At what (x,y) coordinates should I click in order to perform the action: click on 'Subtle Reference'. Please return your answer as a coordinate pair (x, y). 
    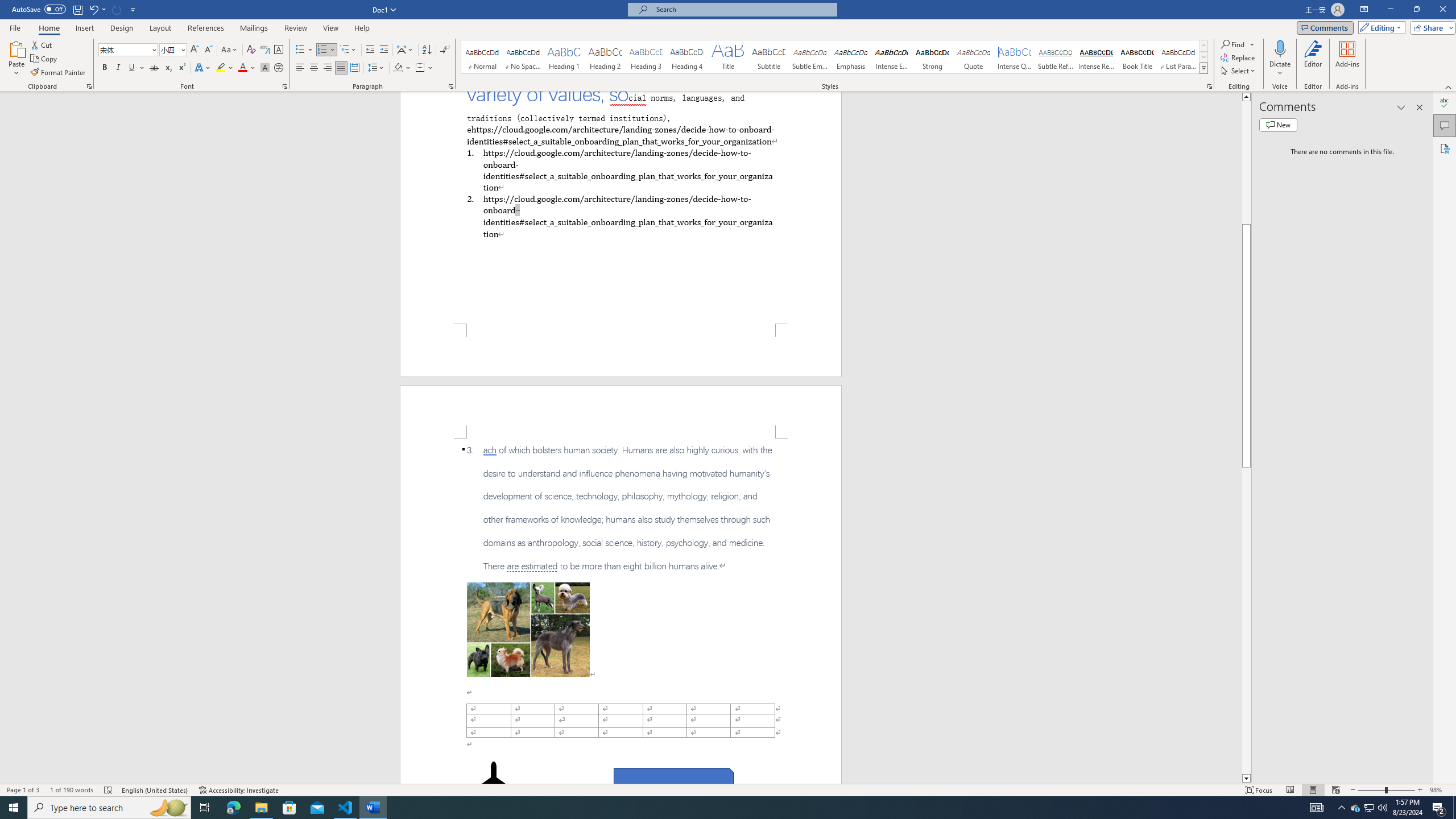
    Looking at the image, I should click on (1055, 56).